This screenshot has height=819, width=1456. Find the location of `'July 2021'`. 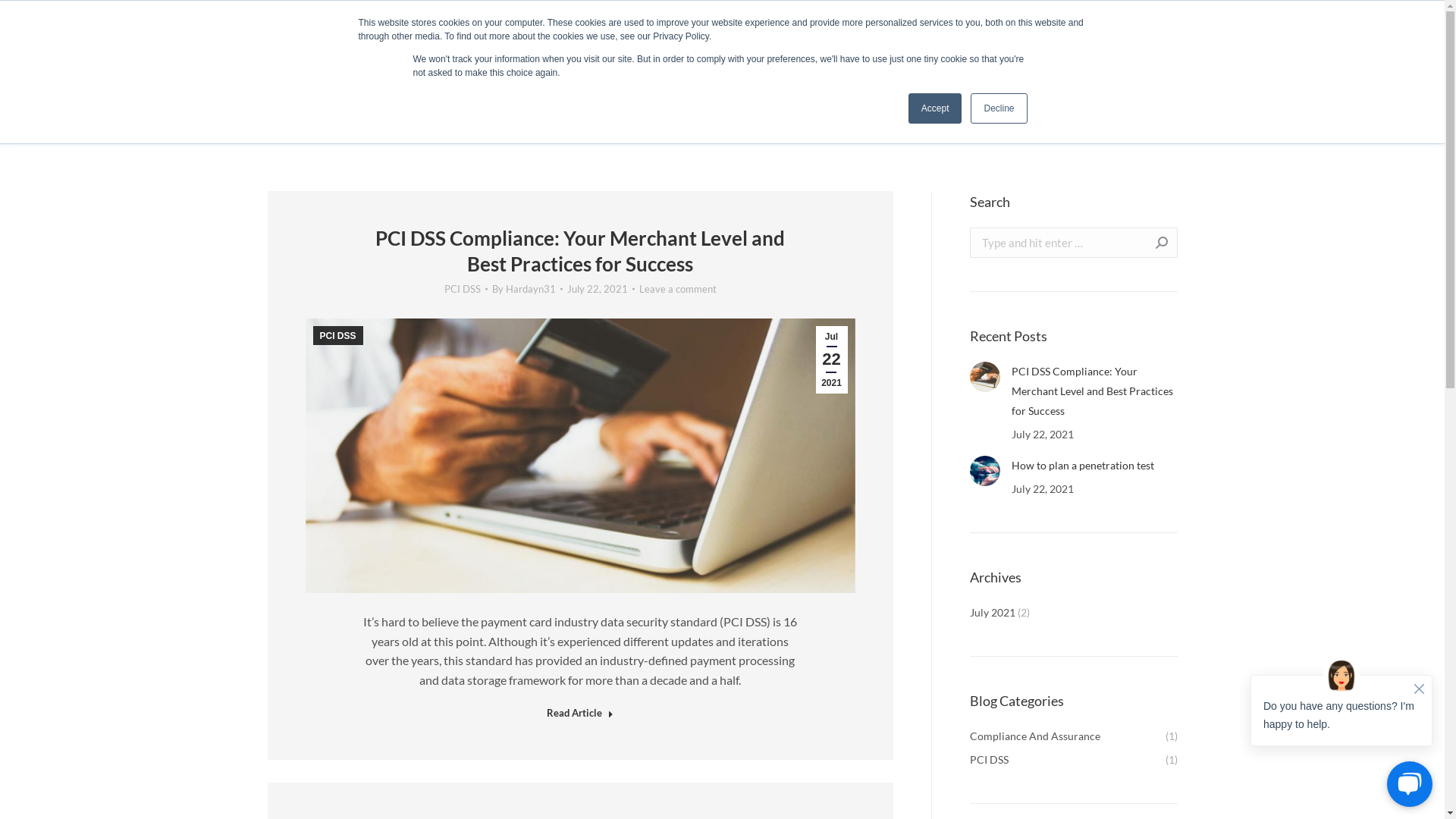

'July 2021' is located at coordinates (992, 611).